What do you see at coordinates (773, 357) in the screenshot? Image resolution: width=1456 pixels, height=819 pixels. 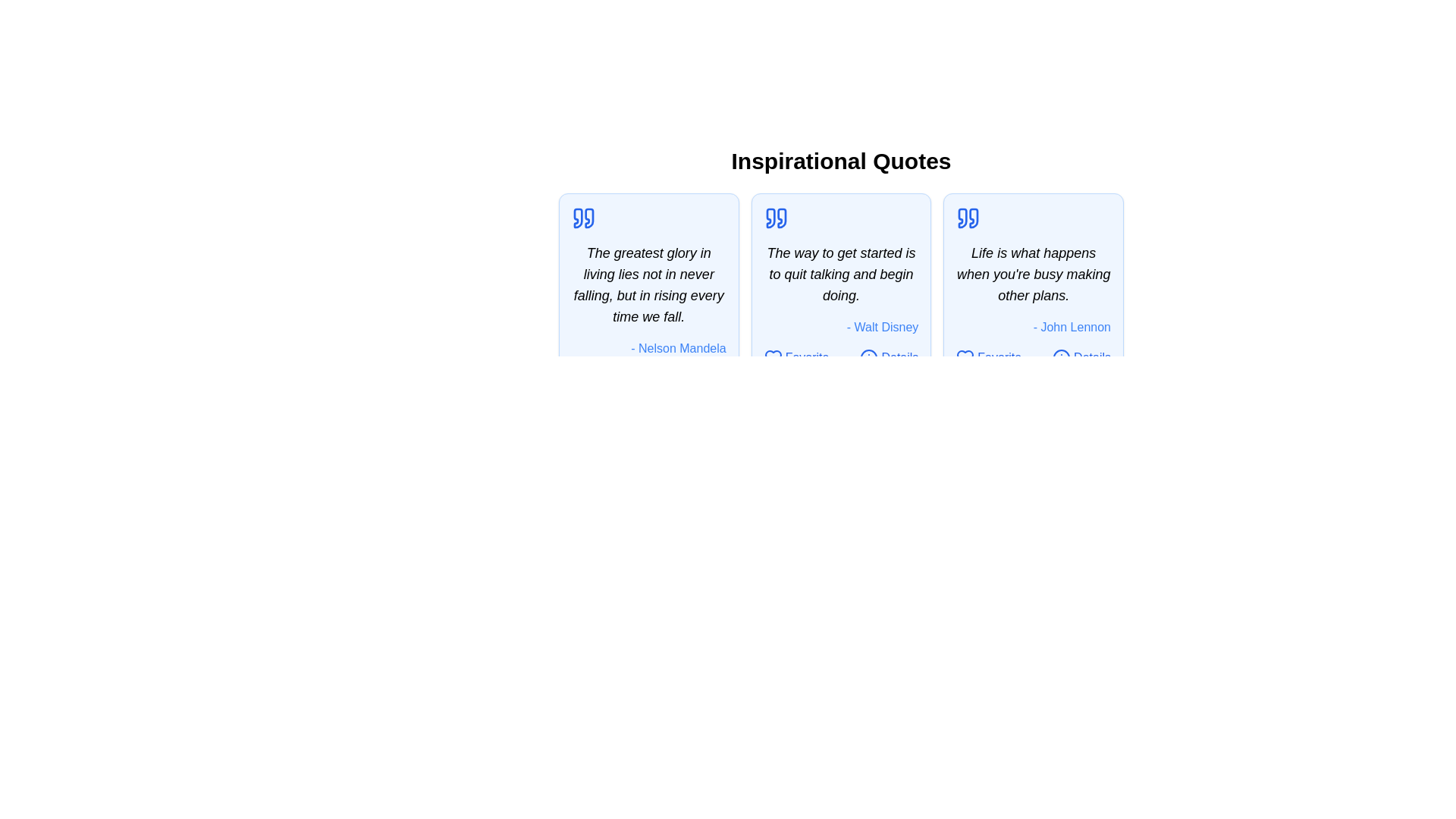 I see `the heart-shaped SVG icon styled with a blue stroke outline located in the second card, near the text 'Favorite'` at bounding box center [773, 357].